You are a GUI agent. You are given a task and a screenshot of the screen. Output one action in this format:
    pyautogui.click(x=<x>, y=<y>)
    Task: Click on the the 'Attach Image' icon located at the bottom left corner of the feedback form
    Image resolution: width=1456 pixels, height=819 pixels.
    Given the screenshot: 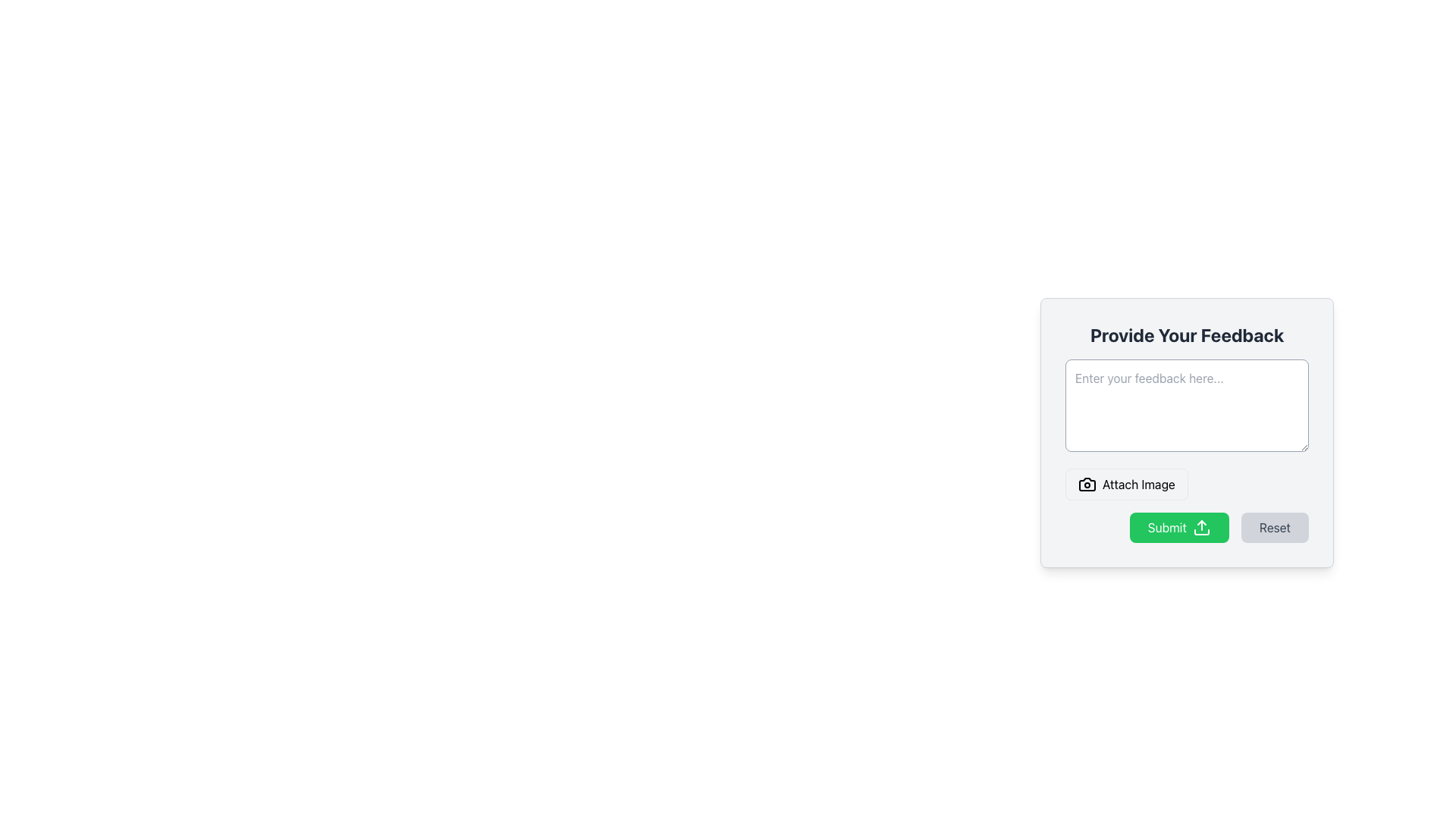 What is the action you would take?
    pyautogui.click(x=1087, y=485)
    